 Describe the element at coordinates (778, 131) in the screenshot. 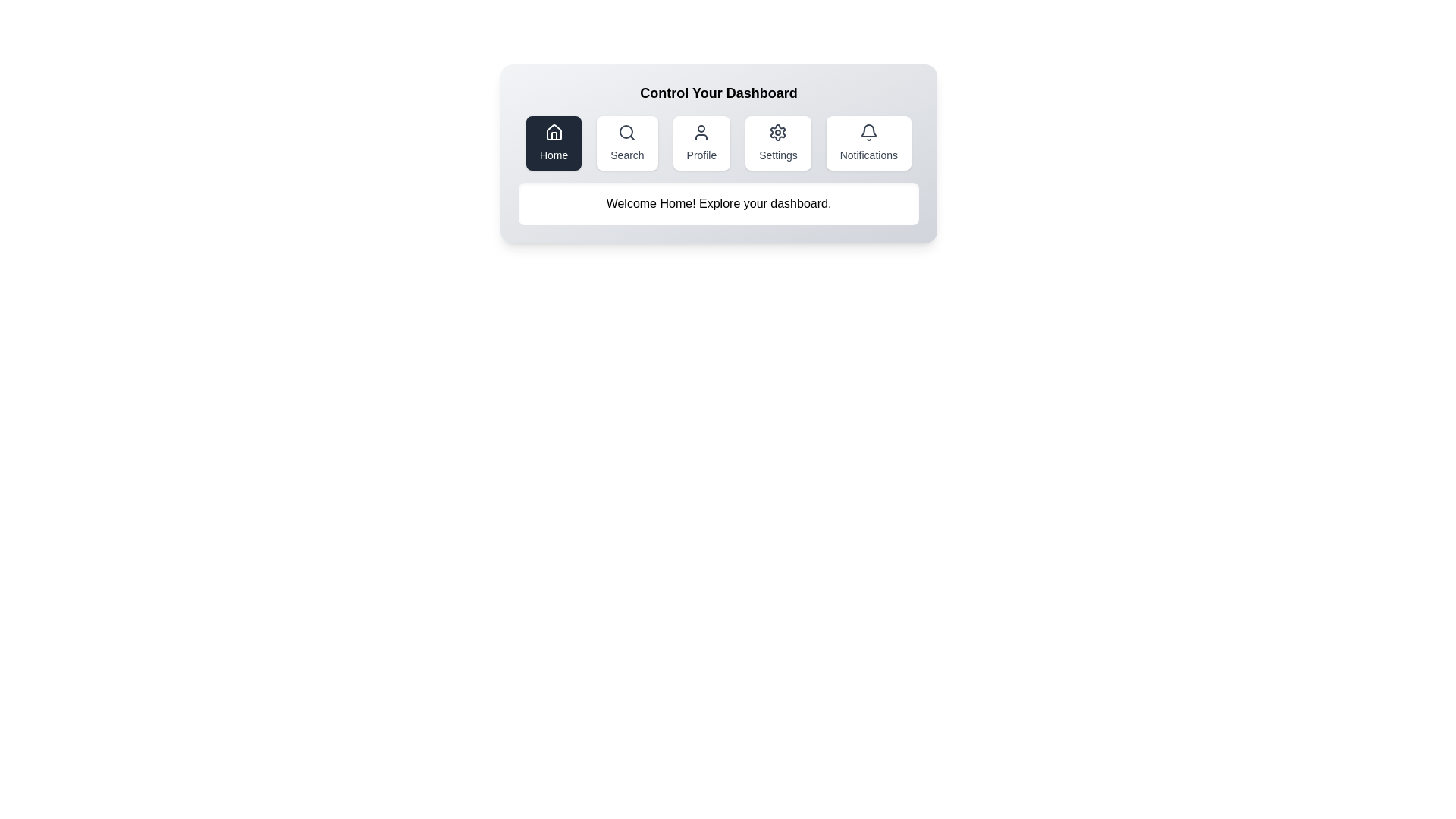

I see `the Settings icon, which resembles a cogwheel or gear and is located in the primary dashboard's navigation bar between the Profile and Notifications buttons` at that location.